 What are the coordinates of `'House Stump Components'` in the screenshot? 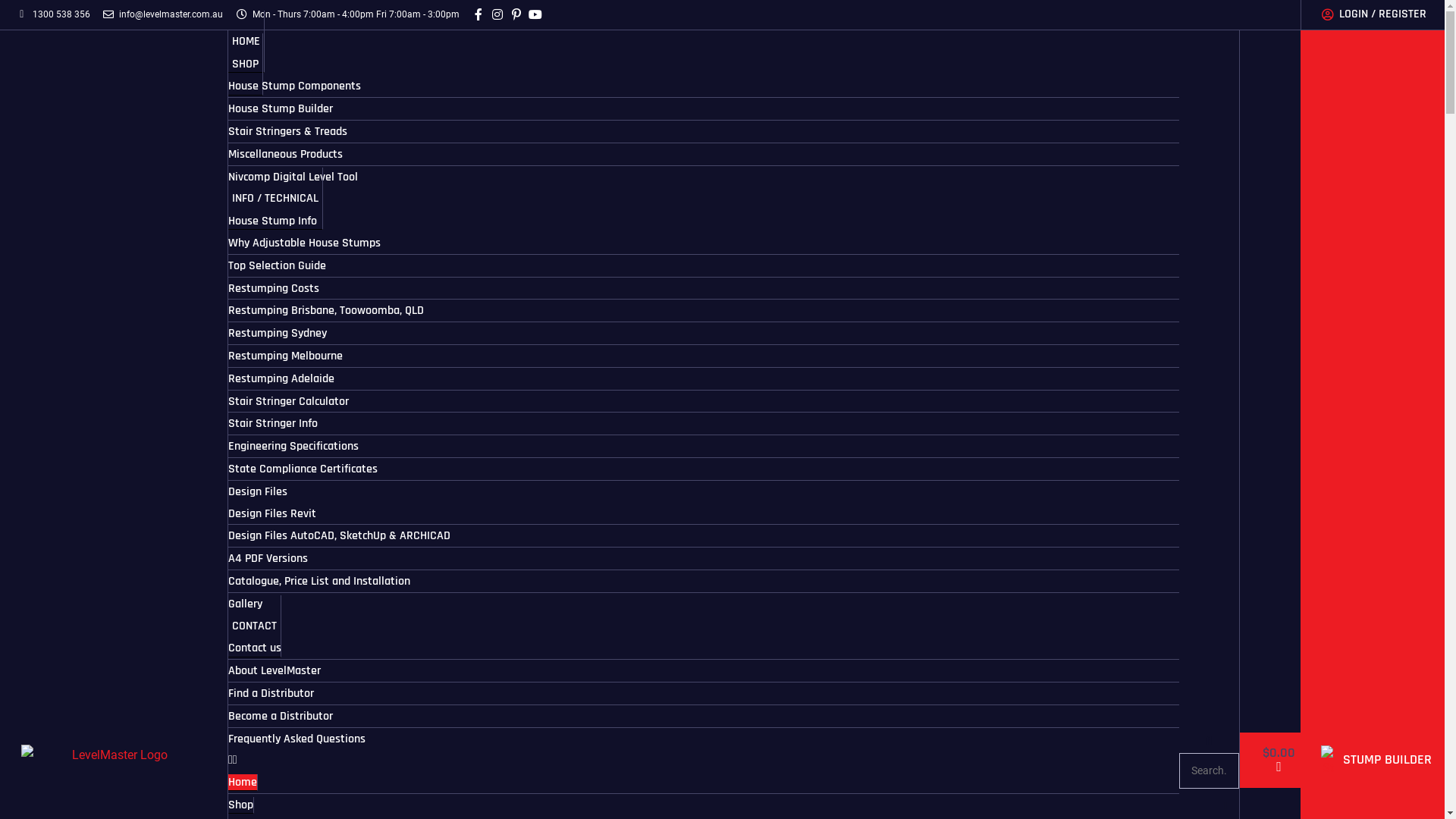 It's located at (294, 86).